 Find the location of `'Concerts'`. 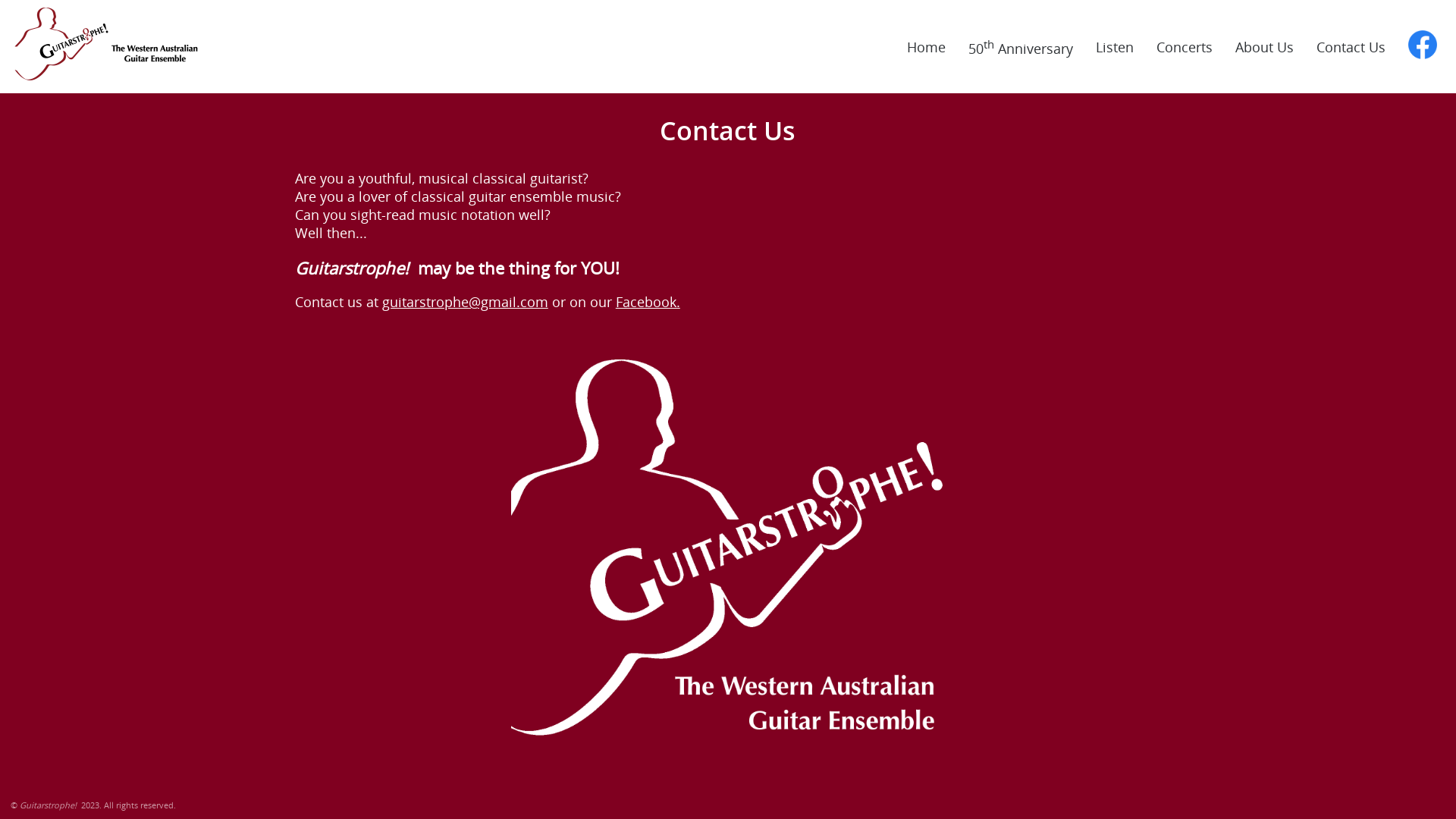

'Concerts' is located at coordinates (1183, 45).